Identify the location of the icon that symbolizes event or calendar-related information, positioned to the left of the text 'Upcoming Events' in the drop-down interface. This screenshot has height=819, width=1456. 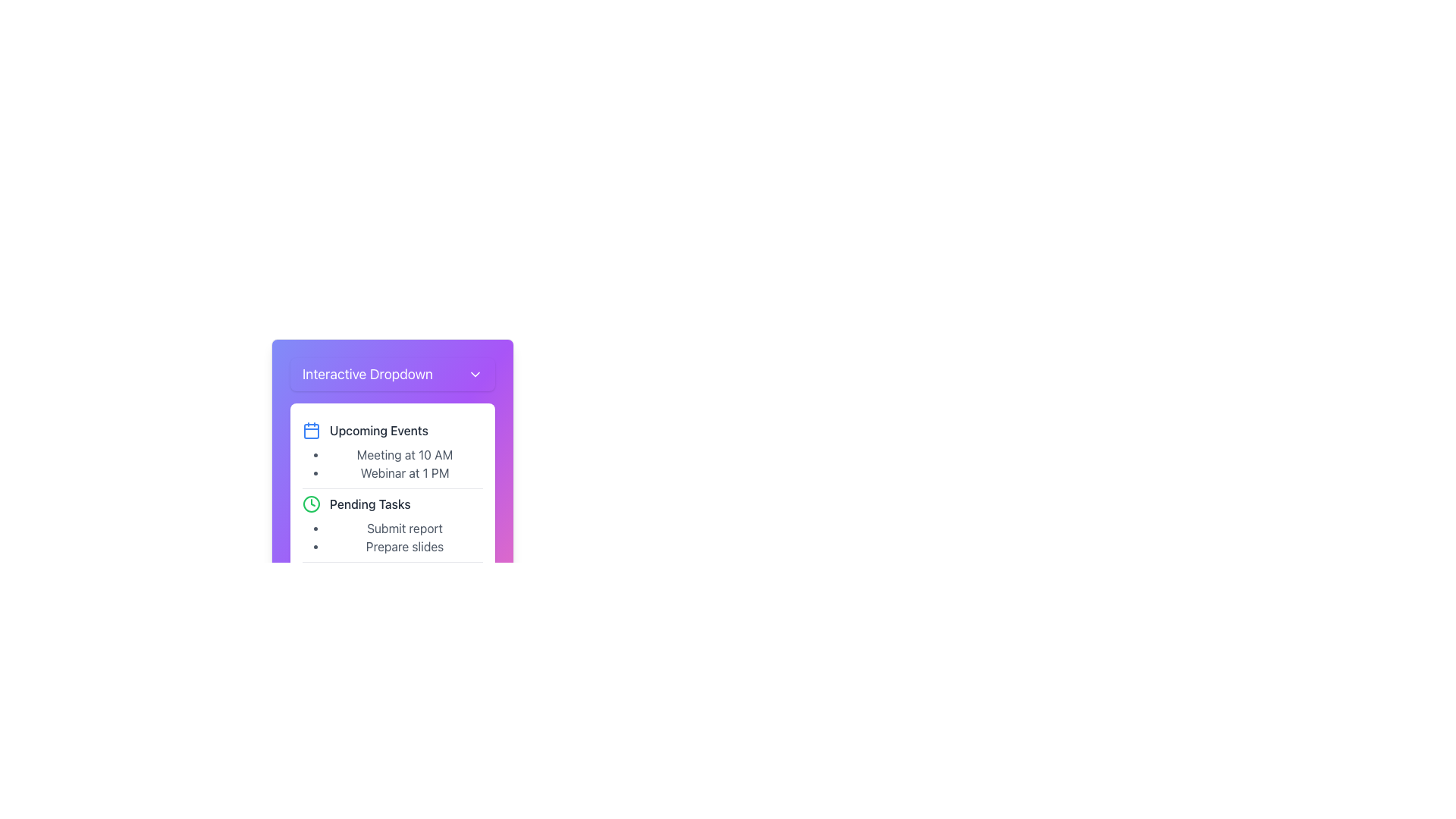
(311, 430).